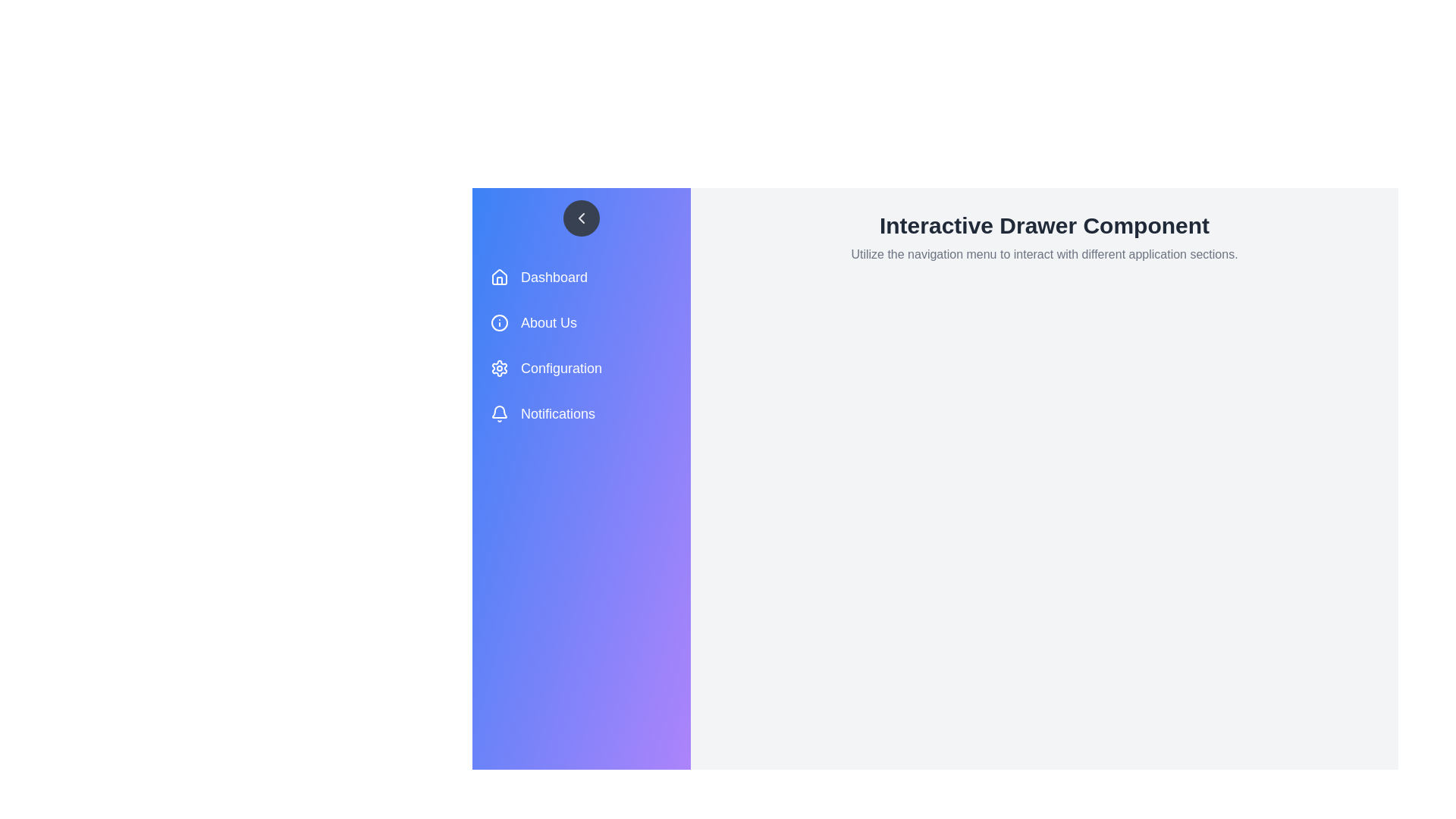 The image size is (1456, 819). I want to click on the back or collapsing button icon located at the top left corner of the interface, above the navigation options like 'Dashboard', 'About Us', and 'Configuration', so click(581, 218).